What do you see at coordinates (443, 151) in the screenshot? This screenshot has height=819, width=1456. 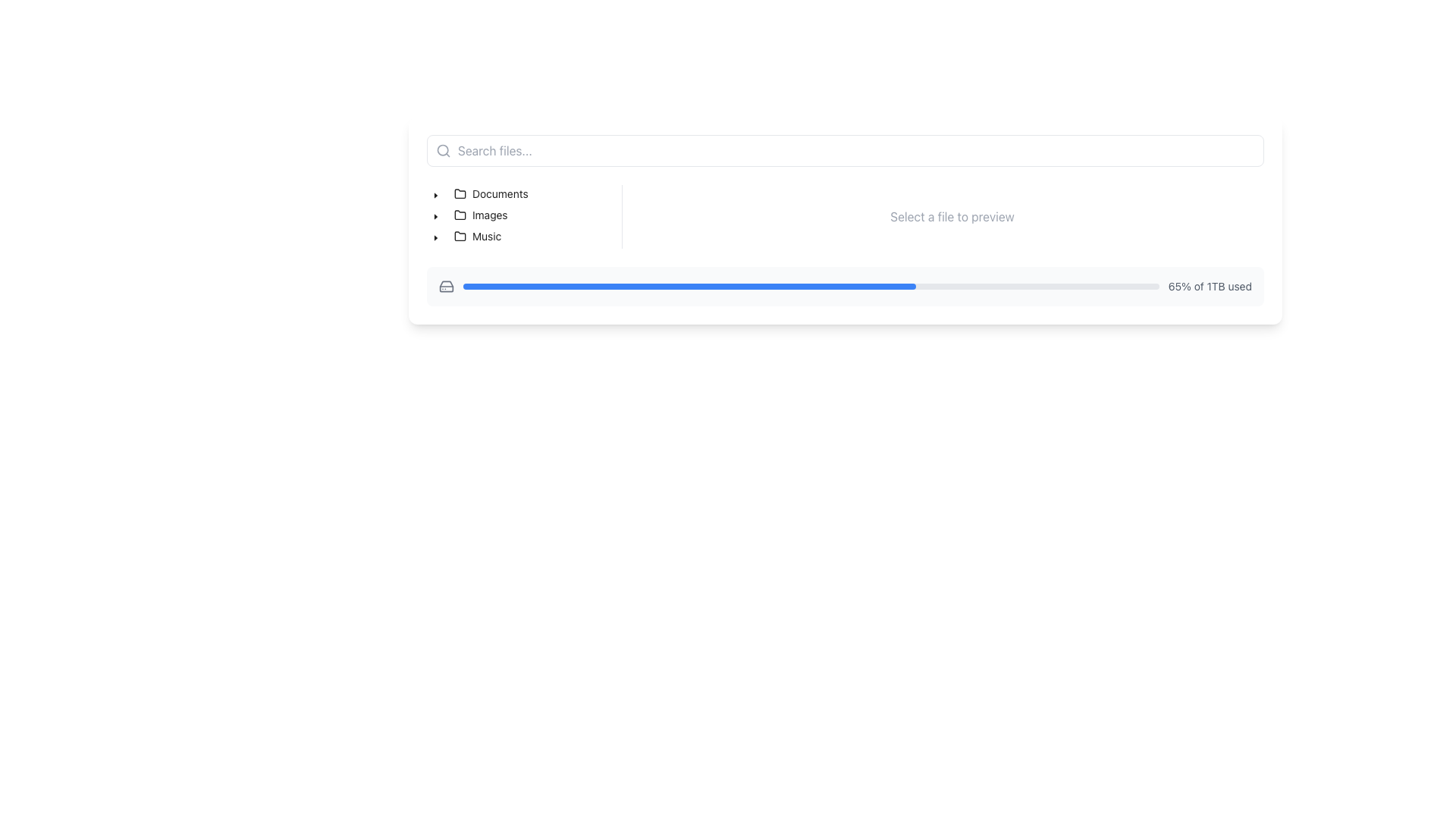 I see `the magnifying glass icon, which is a gray minimalist image located on the left side of the search bar adjacent to the 'Search files...' placeholder text` at bounding box center [443, 151].